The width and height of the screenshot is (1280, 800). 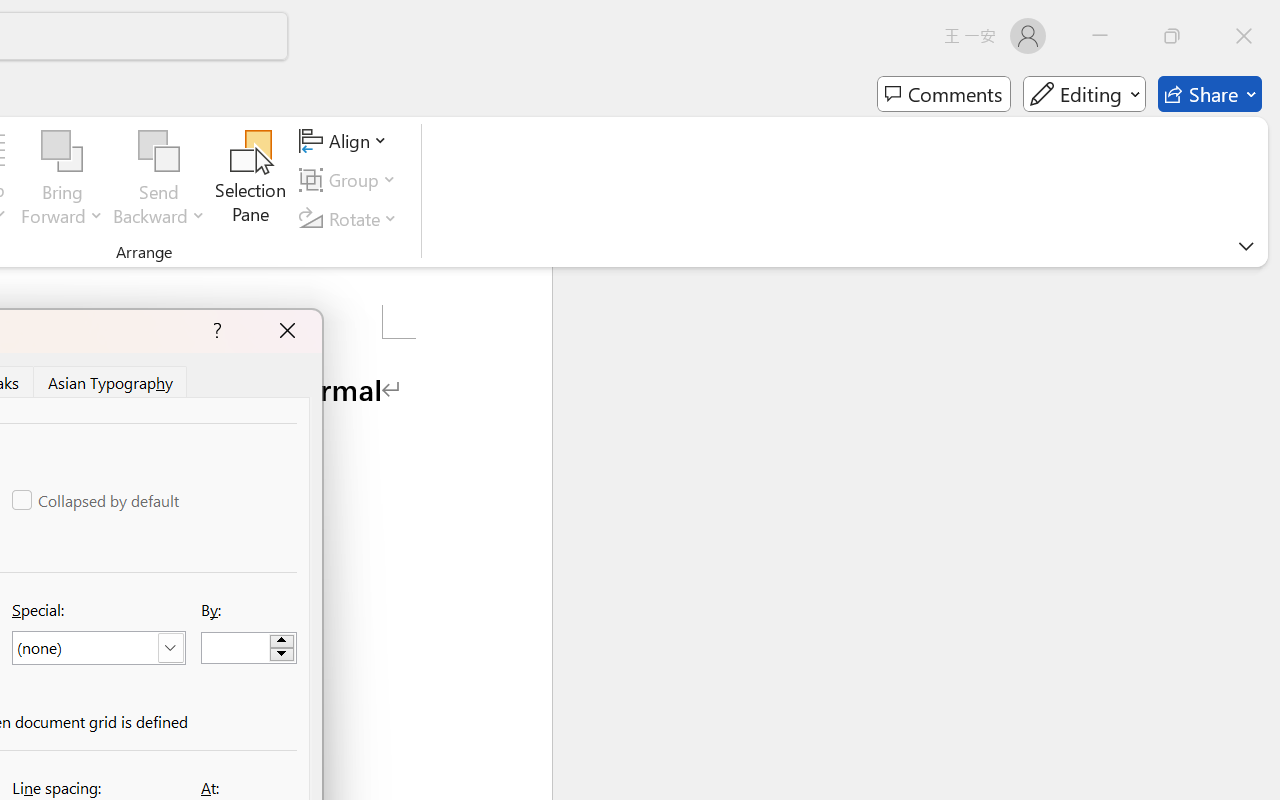 What do you see at coordinates (62, 179) in the screenshot?
I see `'Bring Forward'` at bounding box center [62, 179].